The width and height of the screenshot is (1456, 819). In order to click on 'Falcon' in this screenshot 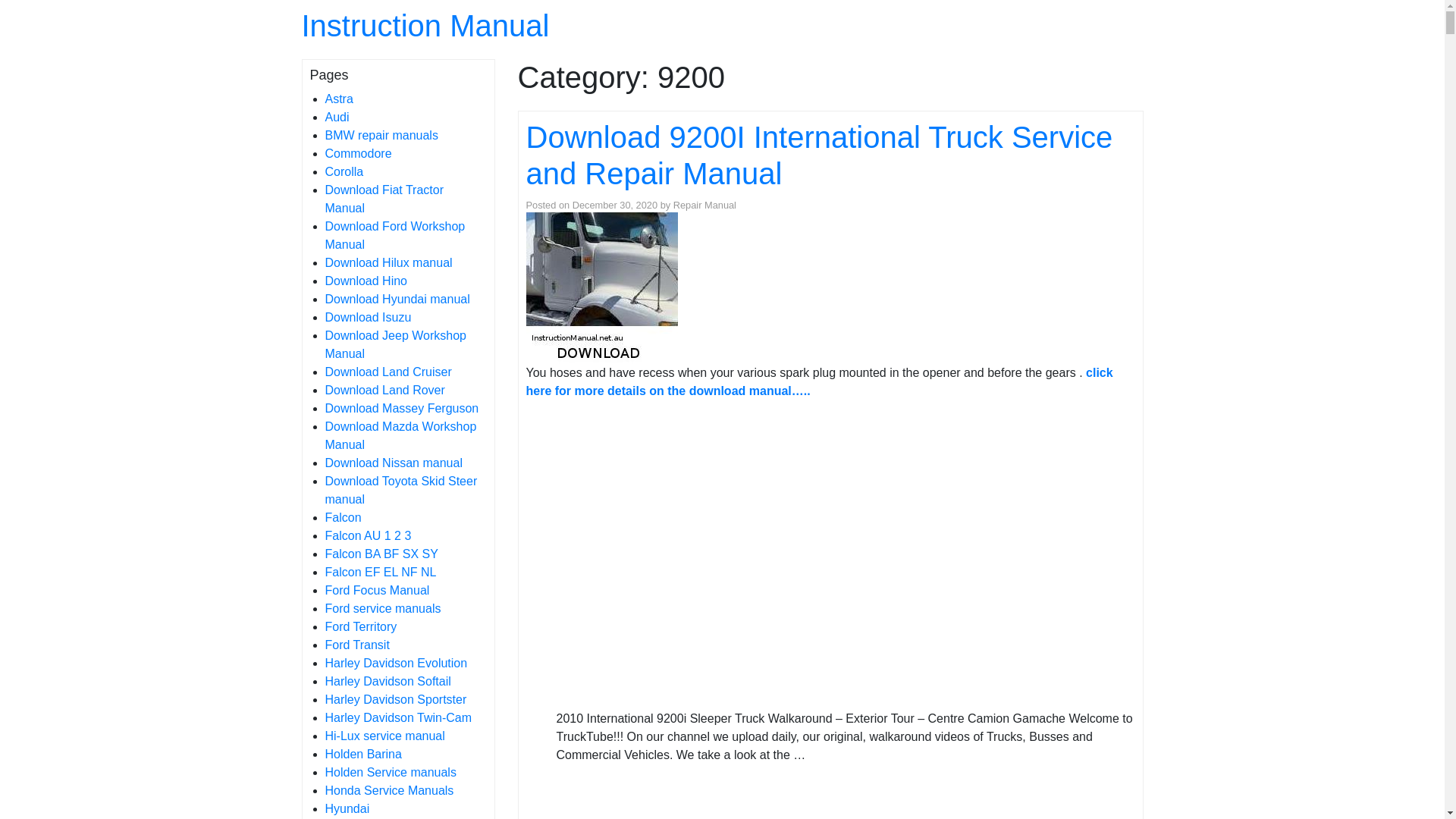, I will do `click(341, 516)`.